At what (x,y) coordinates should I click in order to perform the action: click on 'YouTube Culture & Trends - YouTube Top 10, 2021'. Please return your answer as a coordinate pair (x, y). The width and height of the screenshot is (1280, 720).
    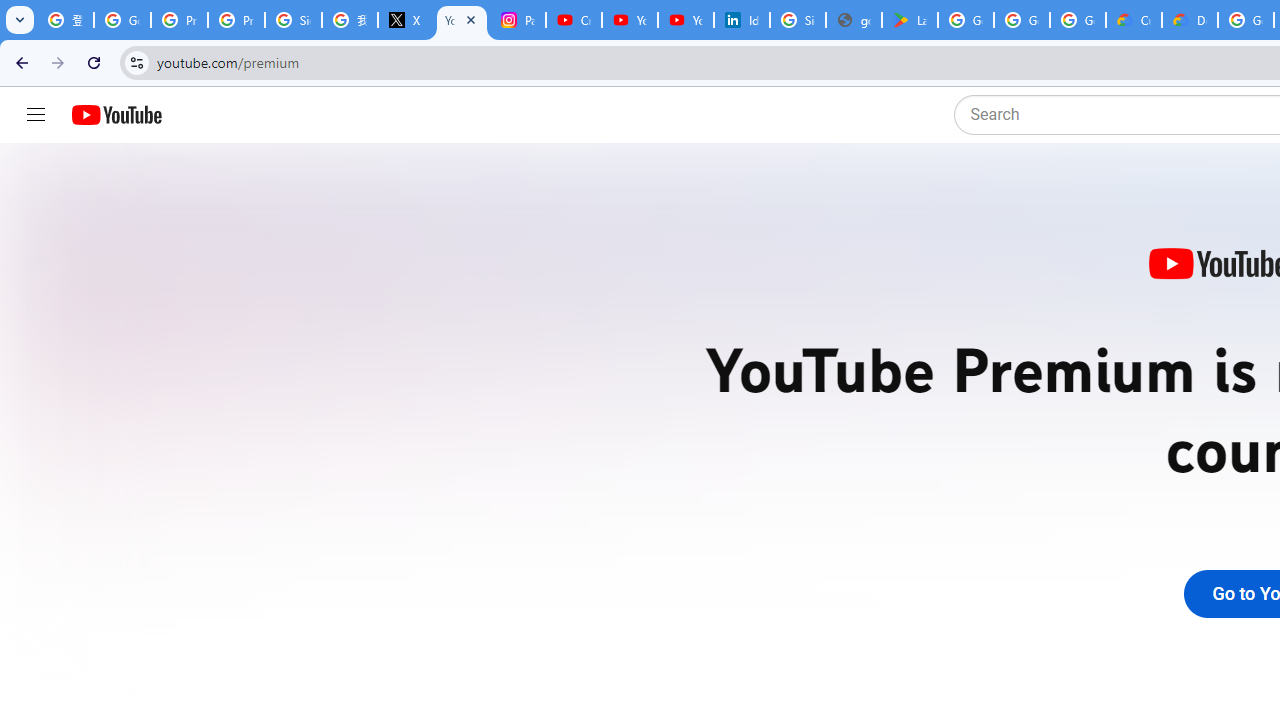
    Looking at the image, I should click on (686, 20).